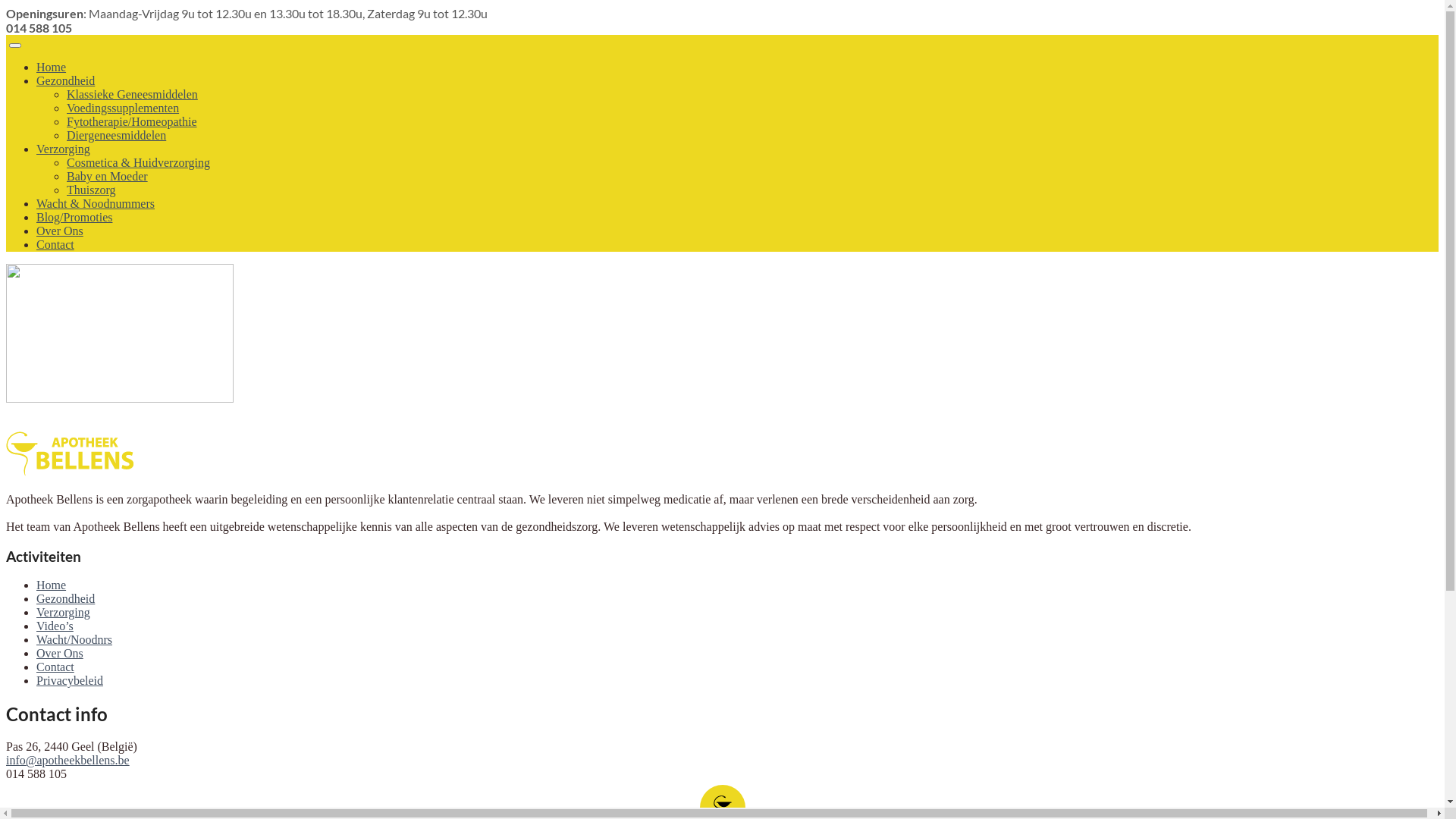 The image size is (1456, 819). Describe the element at coordinates (73, 639) in the screenshot. I see `'Wacht/Noodnrs'` at that location.